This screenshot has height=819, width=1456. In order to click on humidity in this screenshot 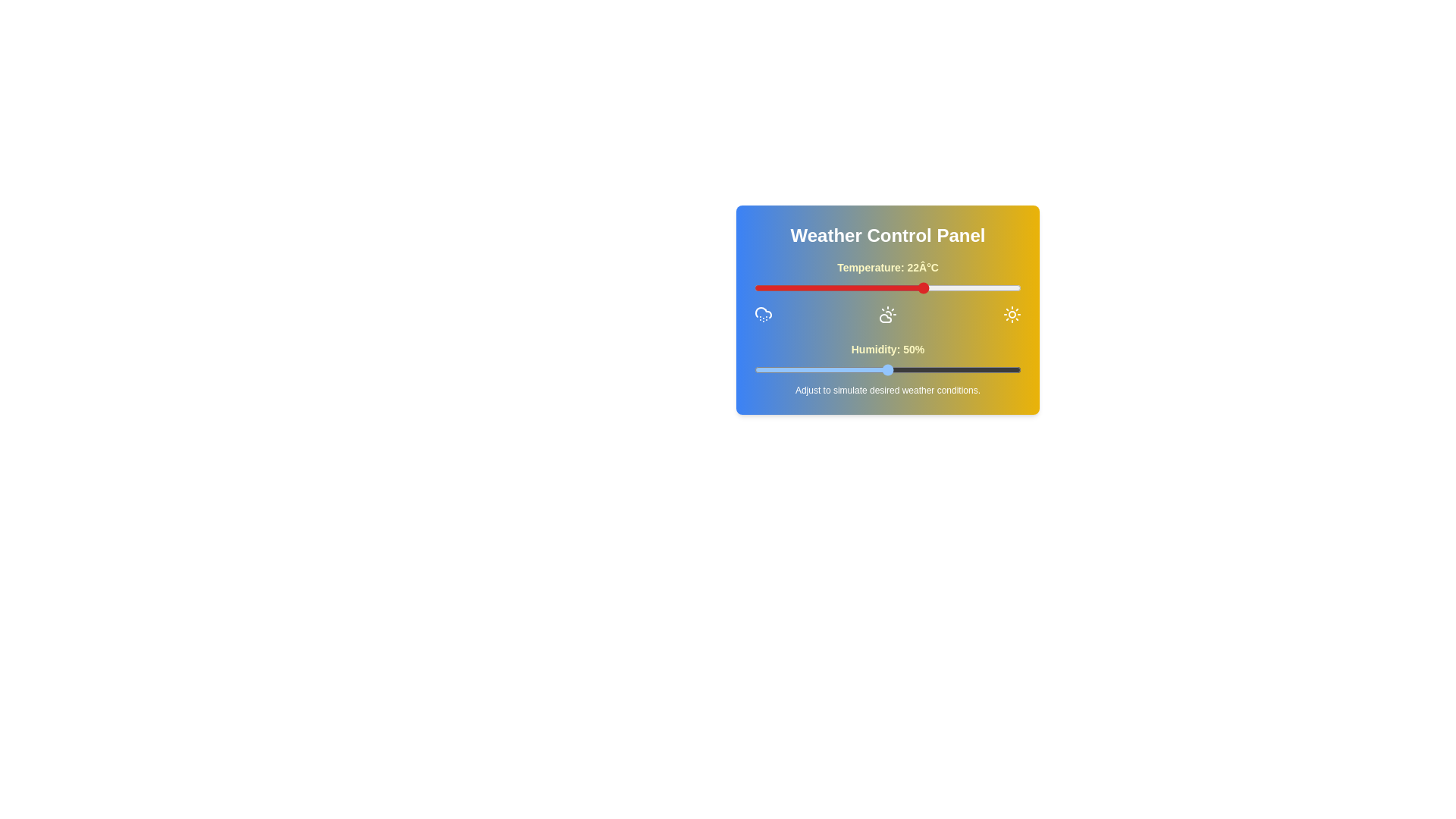, I will do `click(890, 370)`.